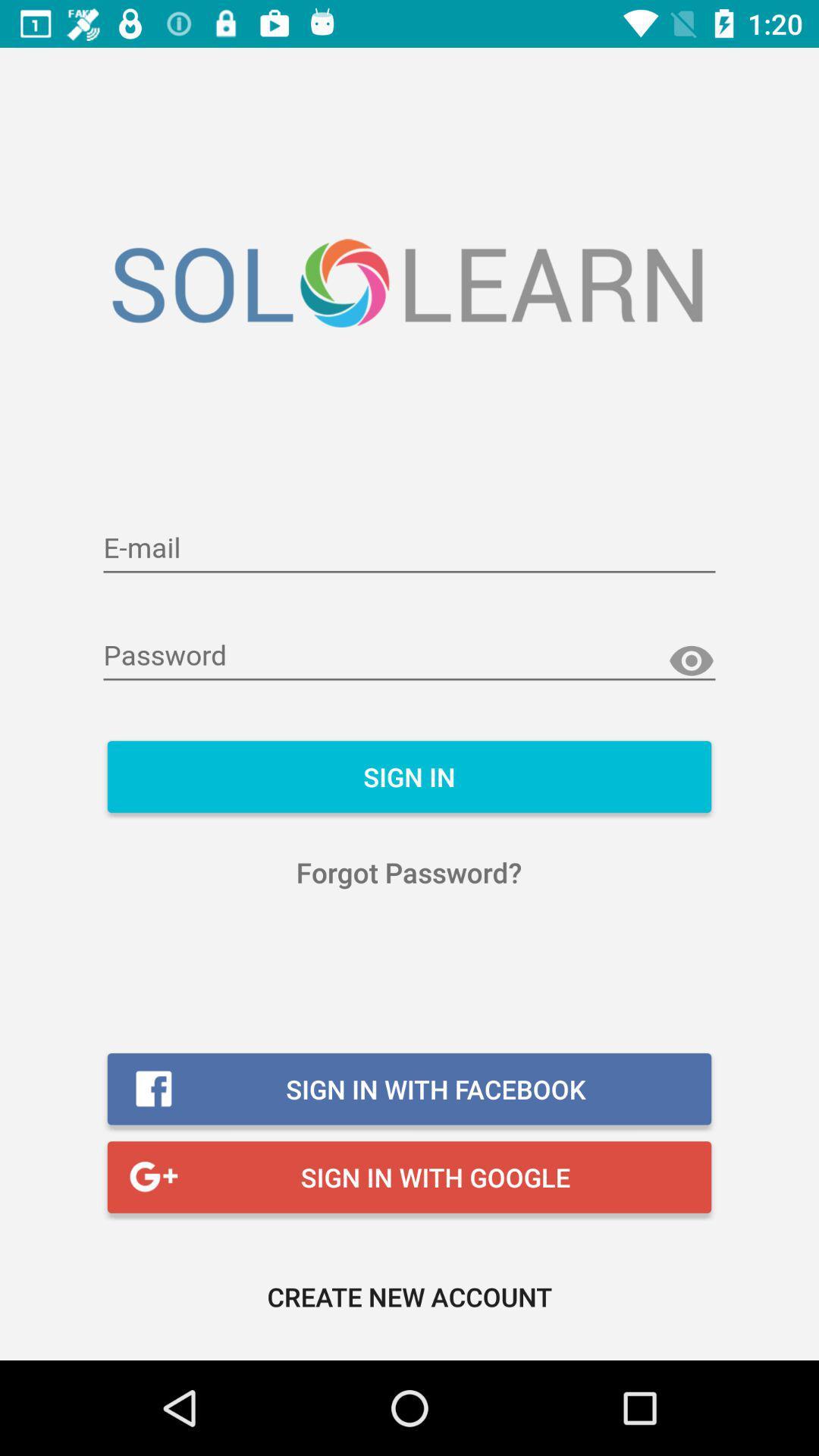  What do you see at coordinates (409, 548) in the screenshot?
I see `enters email address` at bounding box center [409, 548].